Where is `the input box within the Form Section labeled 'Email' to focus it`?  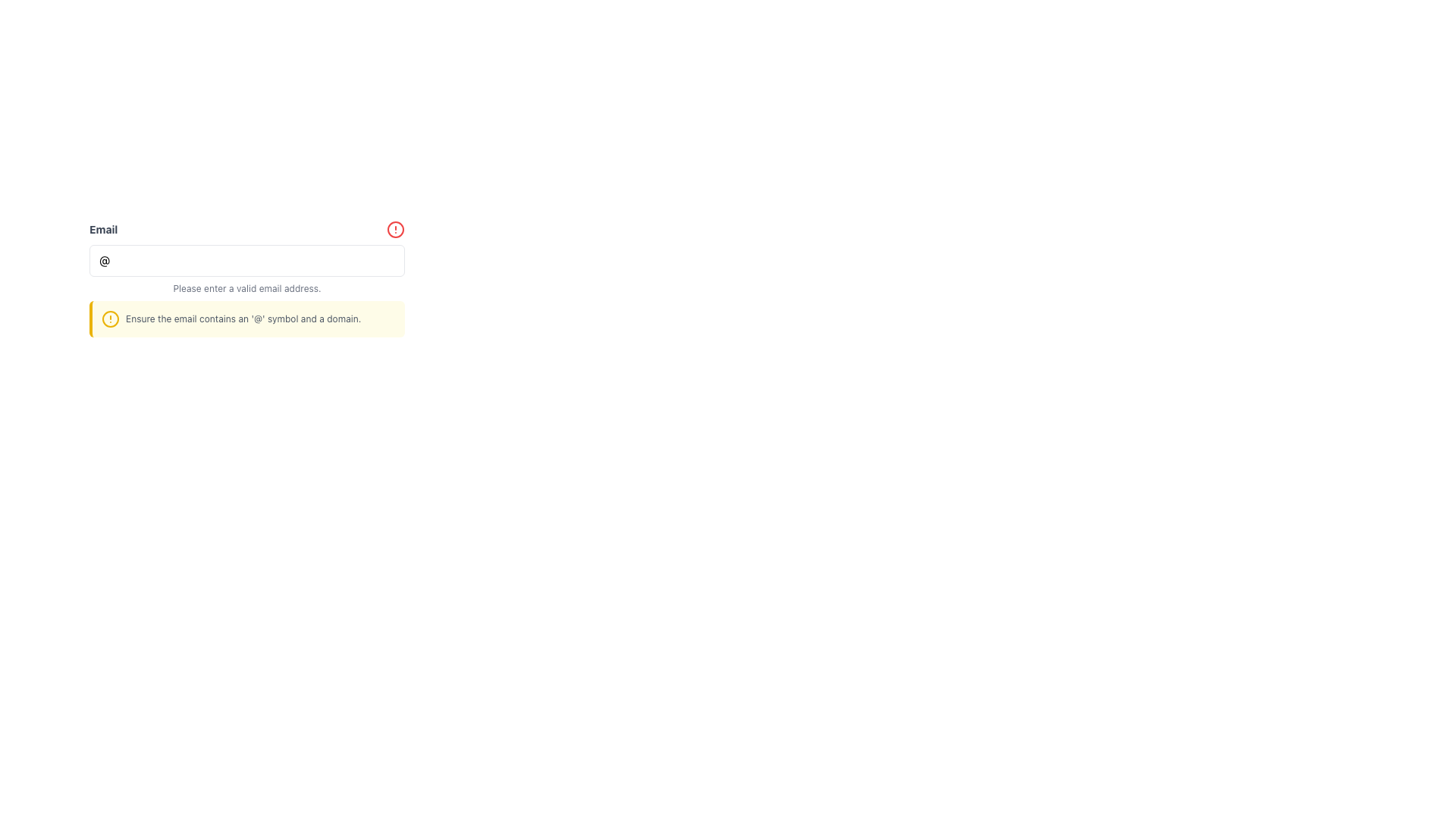
the input box within the Form Section labeled 'Email' to focus it is located at coordinates (247, 278).